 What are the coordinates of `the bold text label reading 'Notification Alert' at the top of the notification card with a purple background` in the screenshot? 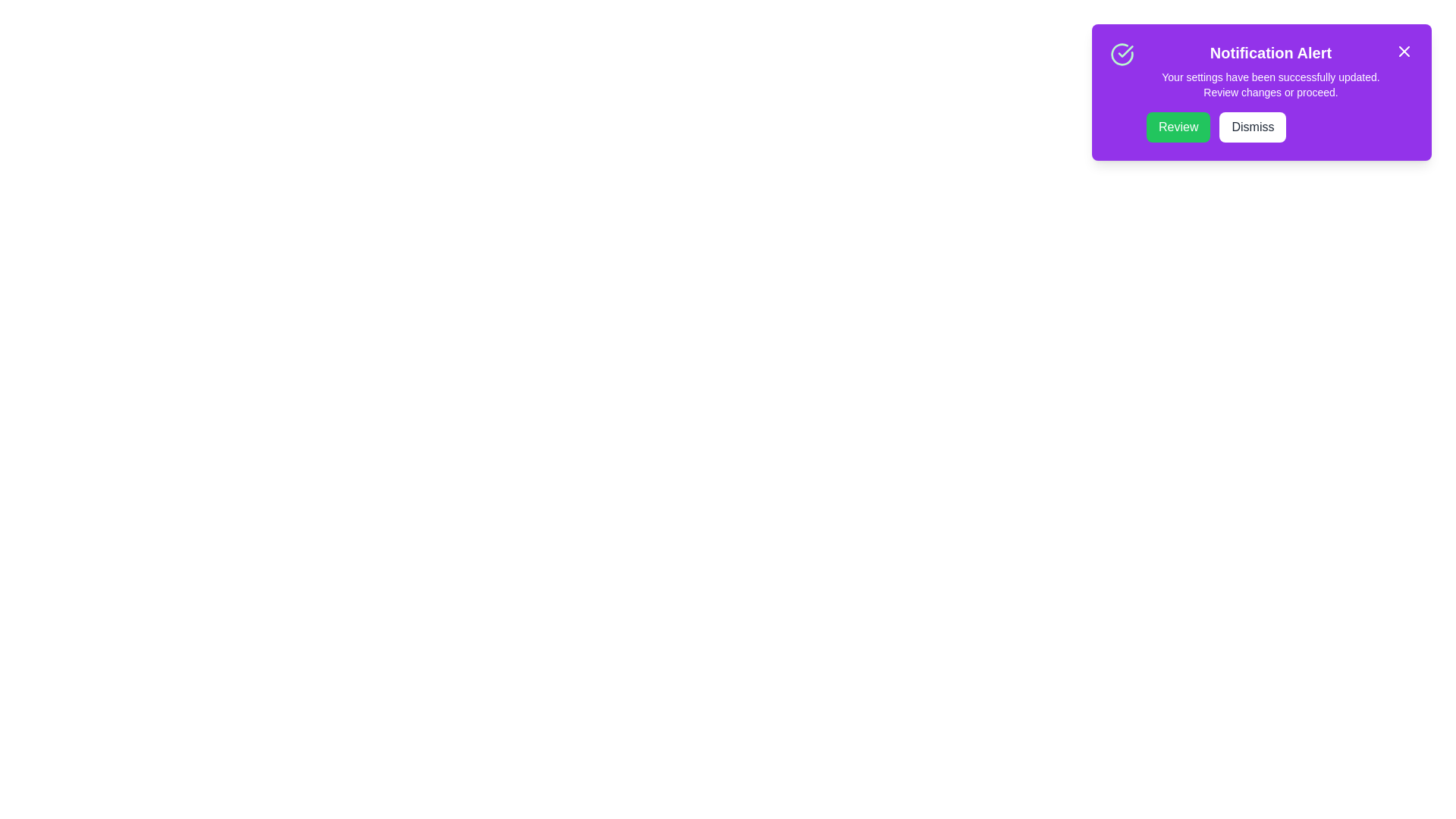 It's located at (1270, 52).